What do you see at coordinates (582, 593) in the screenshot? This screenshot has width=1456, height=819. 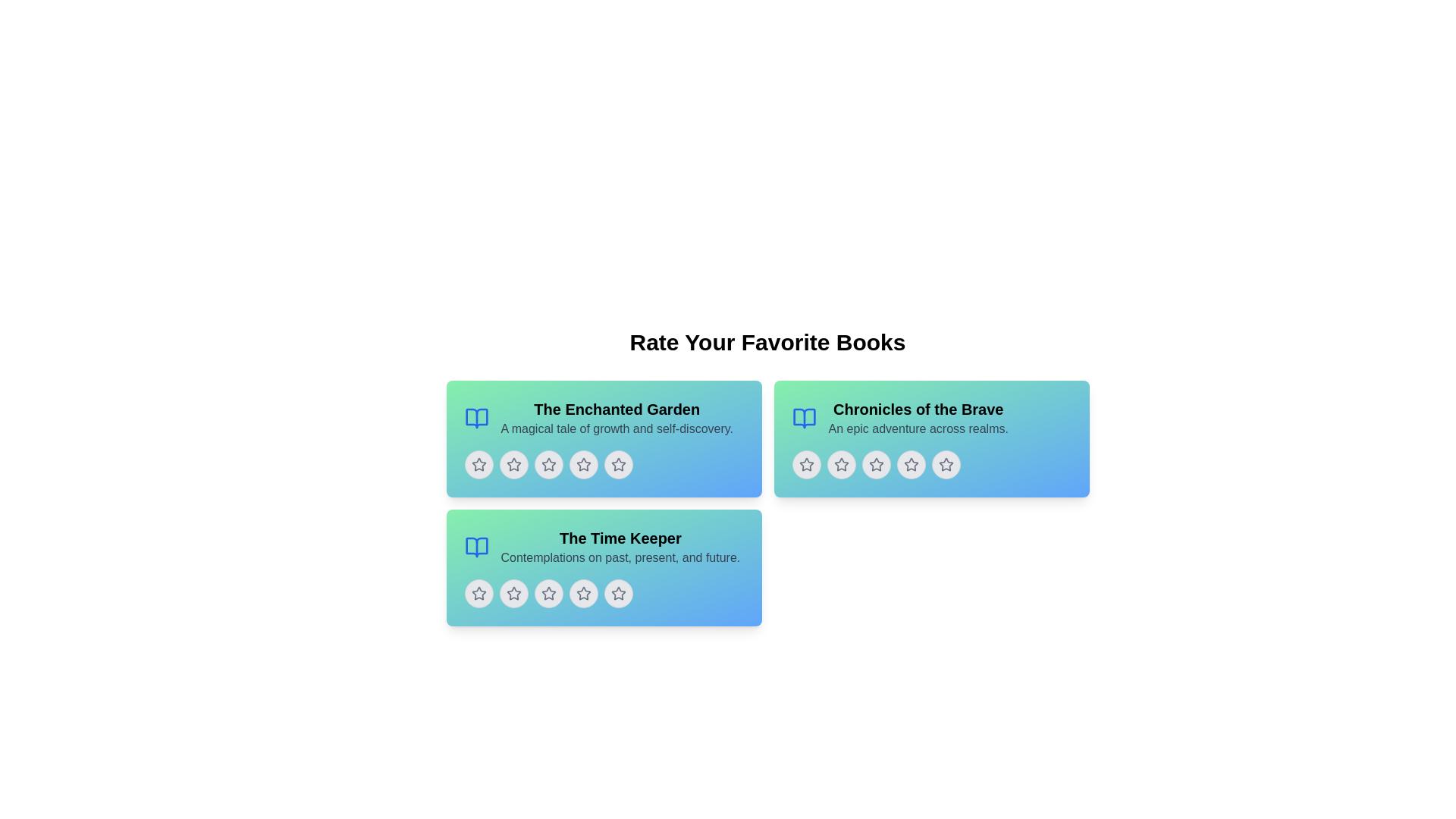 I see `the fourth star icon in the rating section of 'The Time Keeper' book card to set a rating of four stars` at bounding box center [582, 593].